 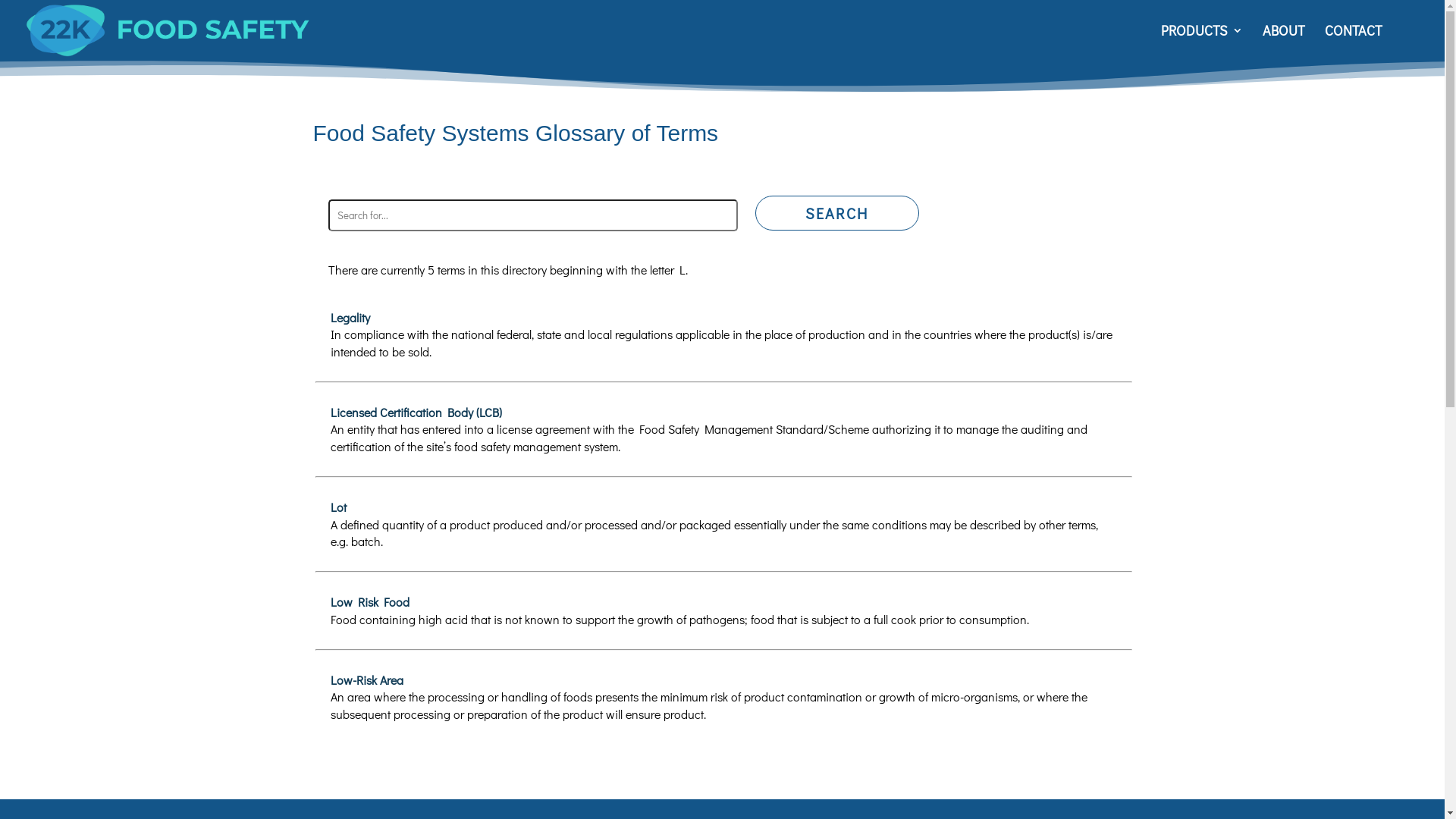 I want to click on 'ABOUT', so click(x=1263, y=42).